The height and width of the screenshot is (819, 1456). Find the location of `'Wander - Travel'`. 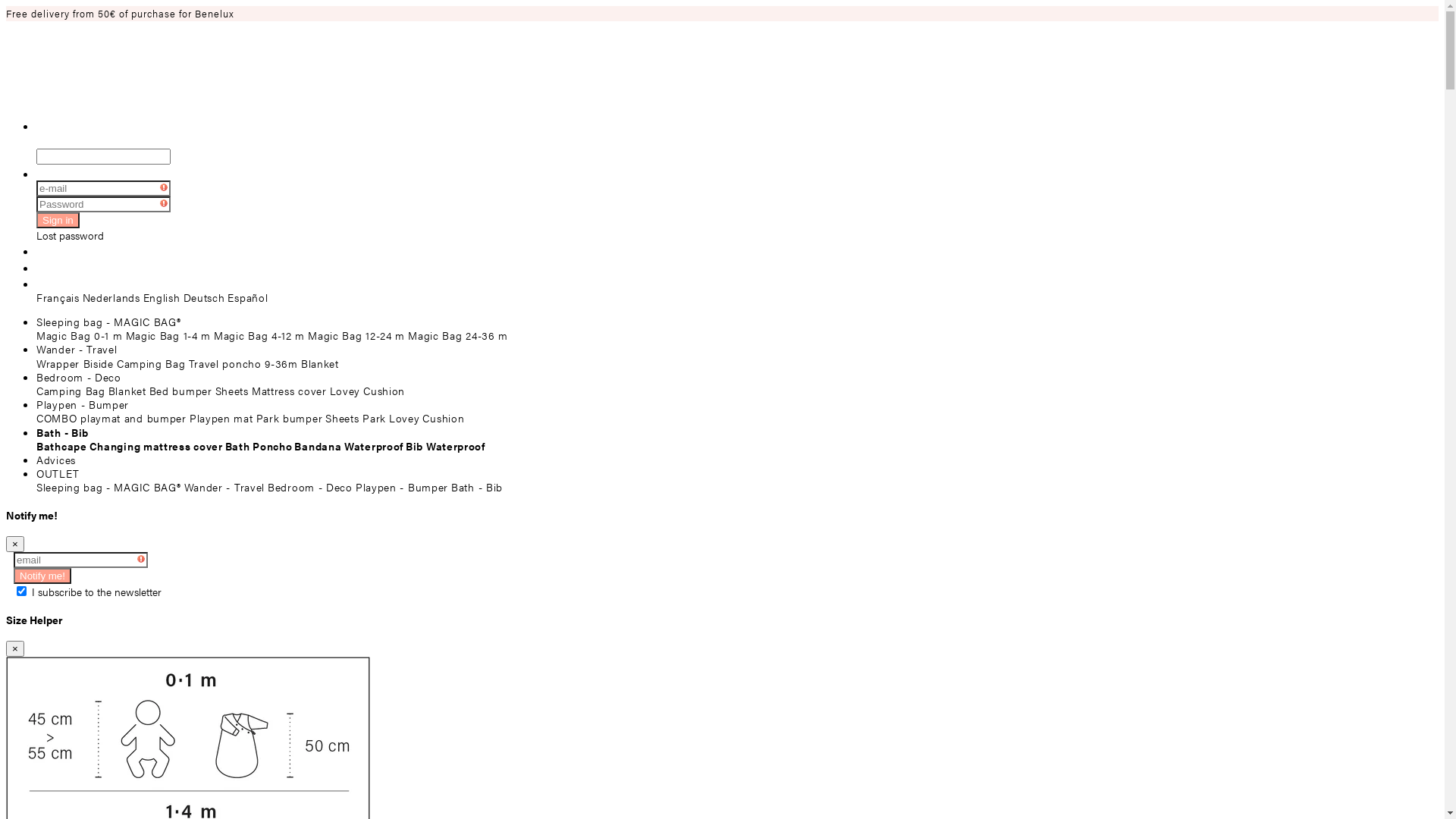

'Wander - Travel' is located at coordinates (223, 486).